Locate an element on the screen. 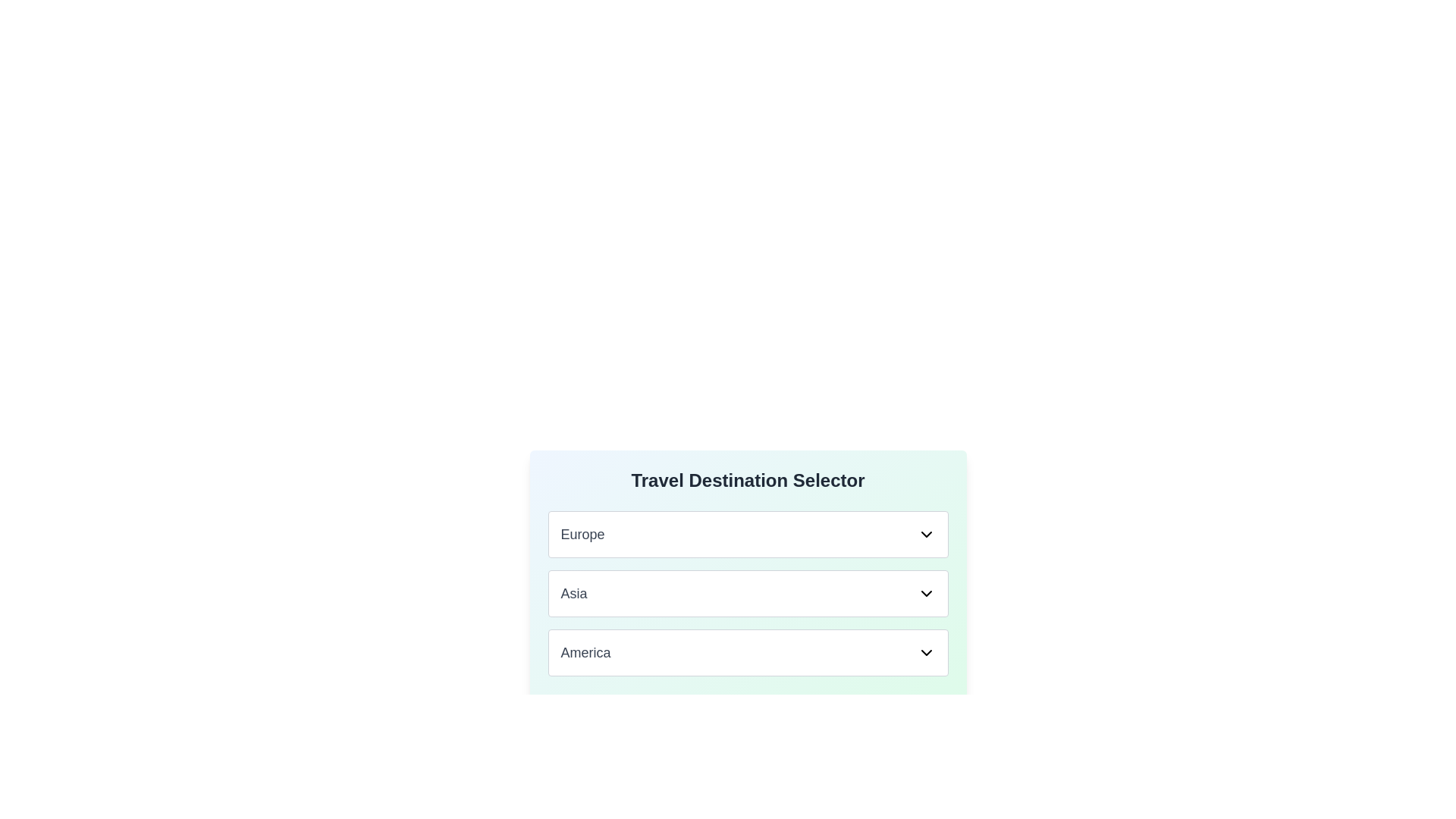  the 'Asia' dropdown menu item in the 'Travel Destination Selector' is located at coordinates (748, 593).